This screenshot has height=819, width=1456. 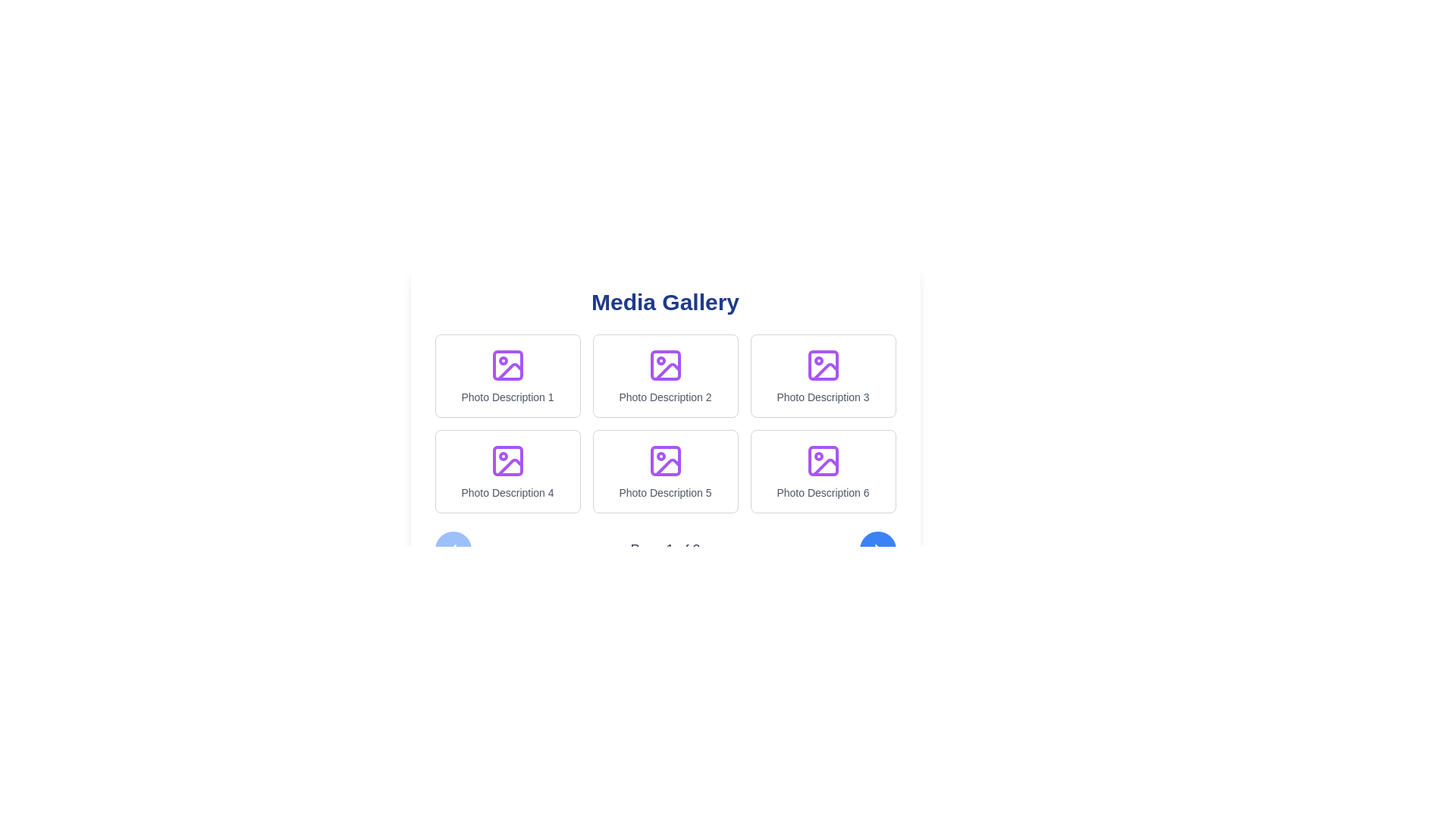 I want to click on the static text label reading 'Photo Description 4', which is located in the fourth tile of a grid of image descriptions, below a purple image icon, so click(x=507, y=493).